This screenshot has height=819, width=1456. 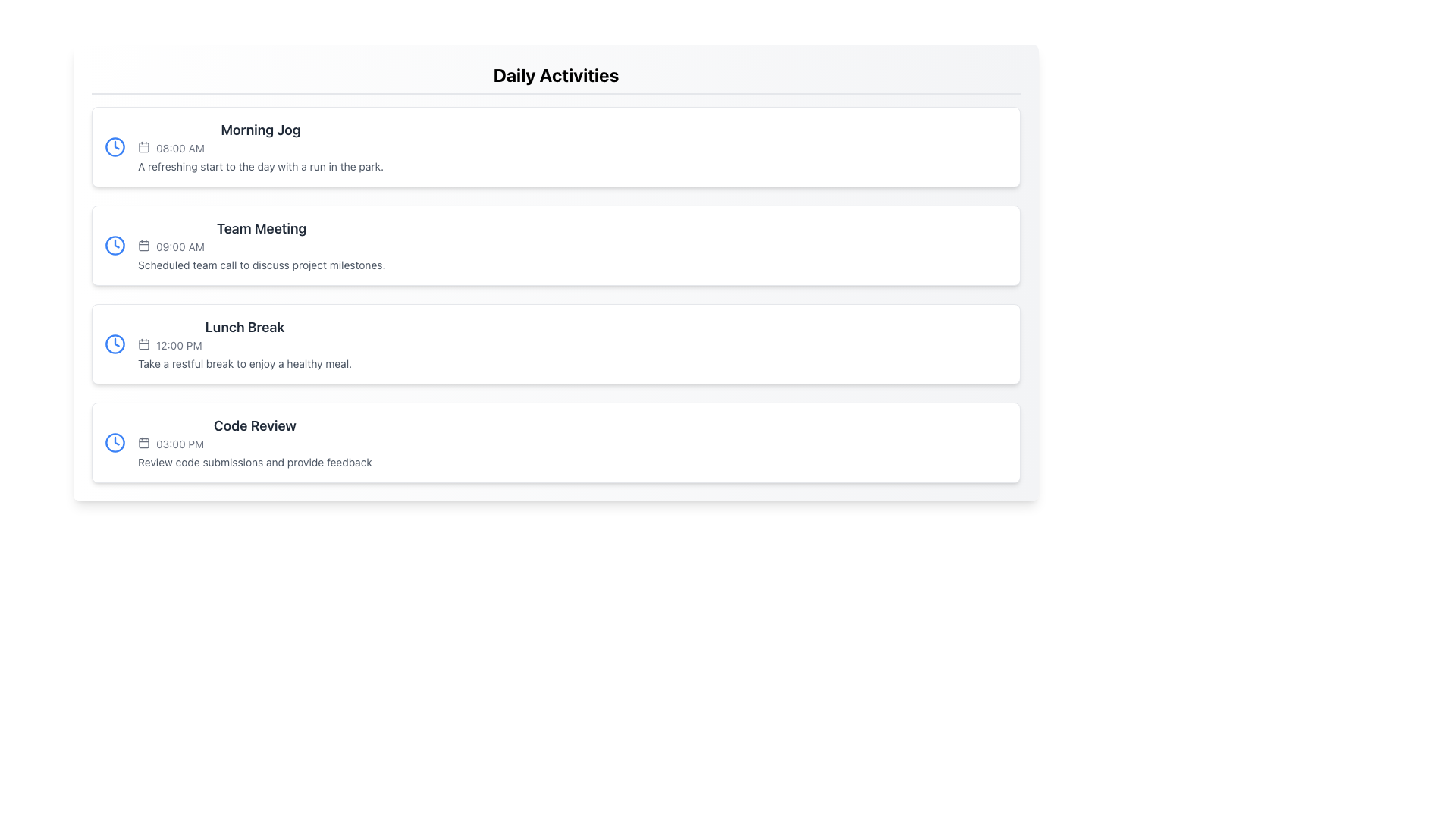 What do you see at coordinates (116, 145) in the screenshot?
I see `the SVG polyline component that visually indicates time for the 'Morning Jog' task in the day planner` at bounding box center [116, 145].